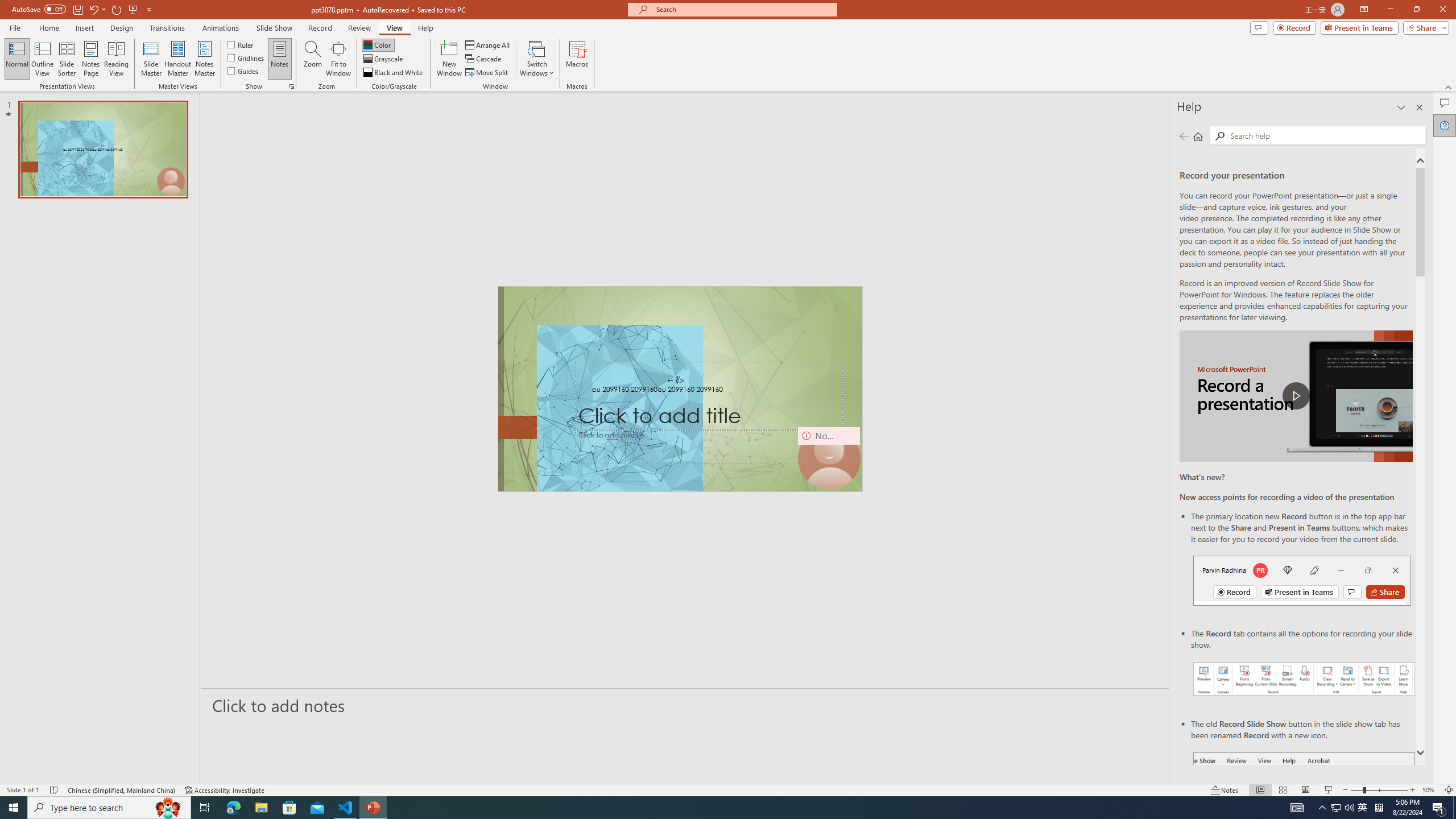  What do you see at coordinates (246, 56) in the screenshot?
I see `'Gridlines'` at bounding box center [246, 56].